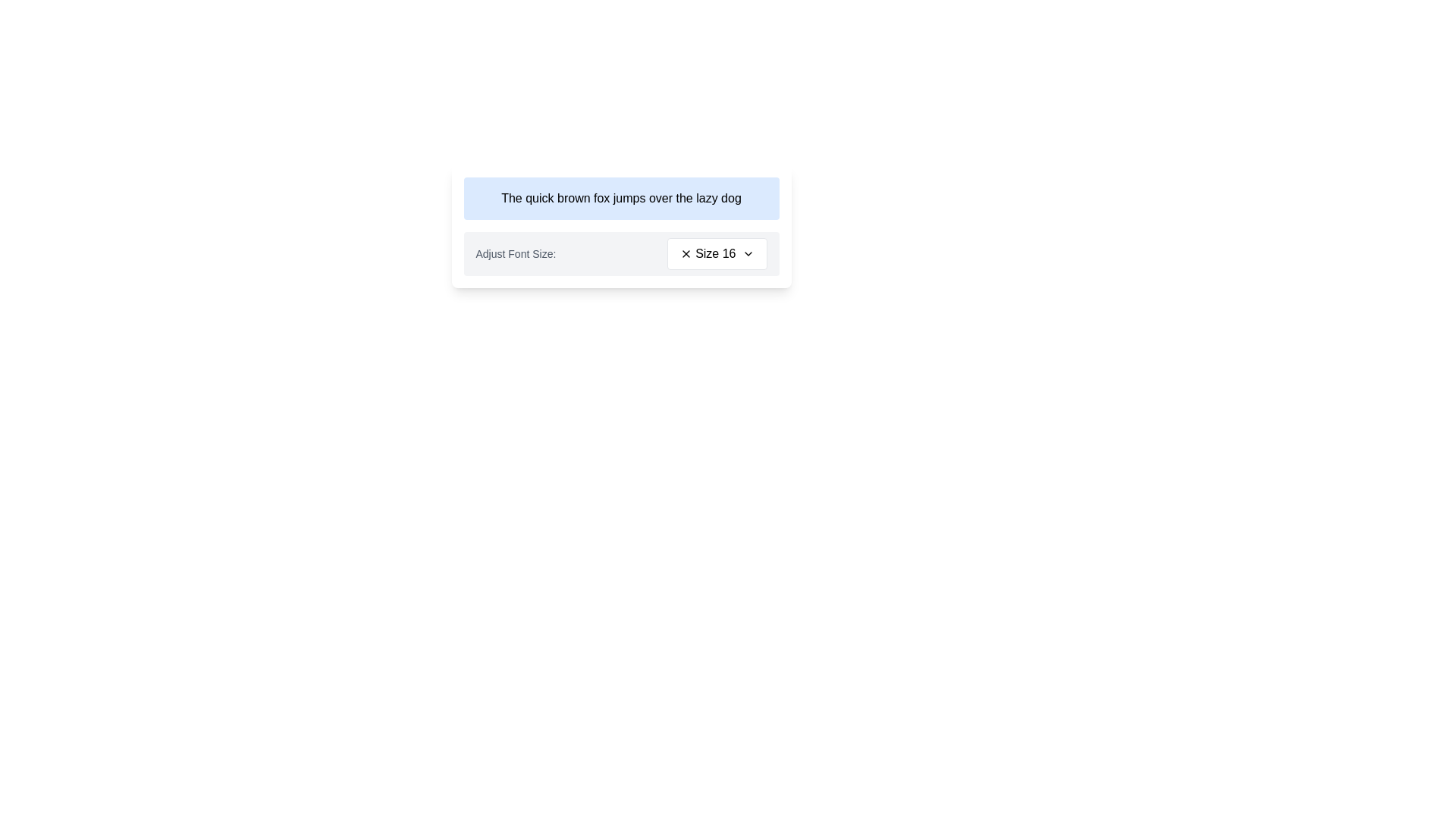 This screenshot has height=819, width=1456. What do you see at coordinates (516, 253) in the screenshot?
I see `the text label providing context for the adjustable font size control, located adjacent to 'Size 16'` at bounding box center [516, 253].